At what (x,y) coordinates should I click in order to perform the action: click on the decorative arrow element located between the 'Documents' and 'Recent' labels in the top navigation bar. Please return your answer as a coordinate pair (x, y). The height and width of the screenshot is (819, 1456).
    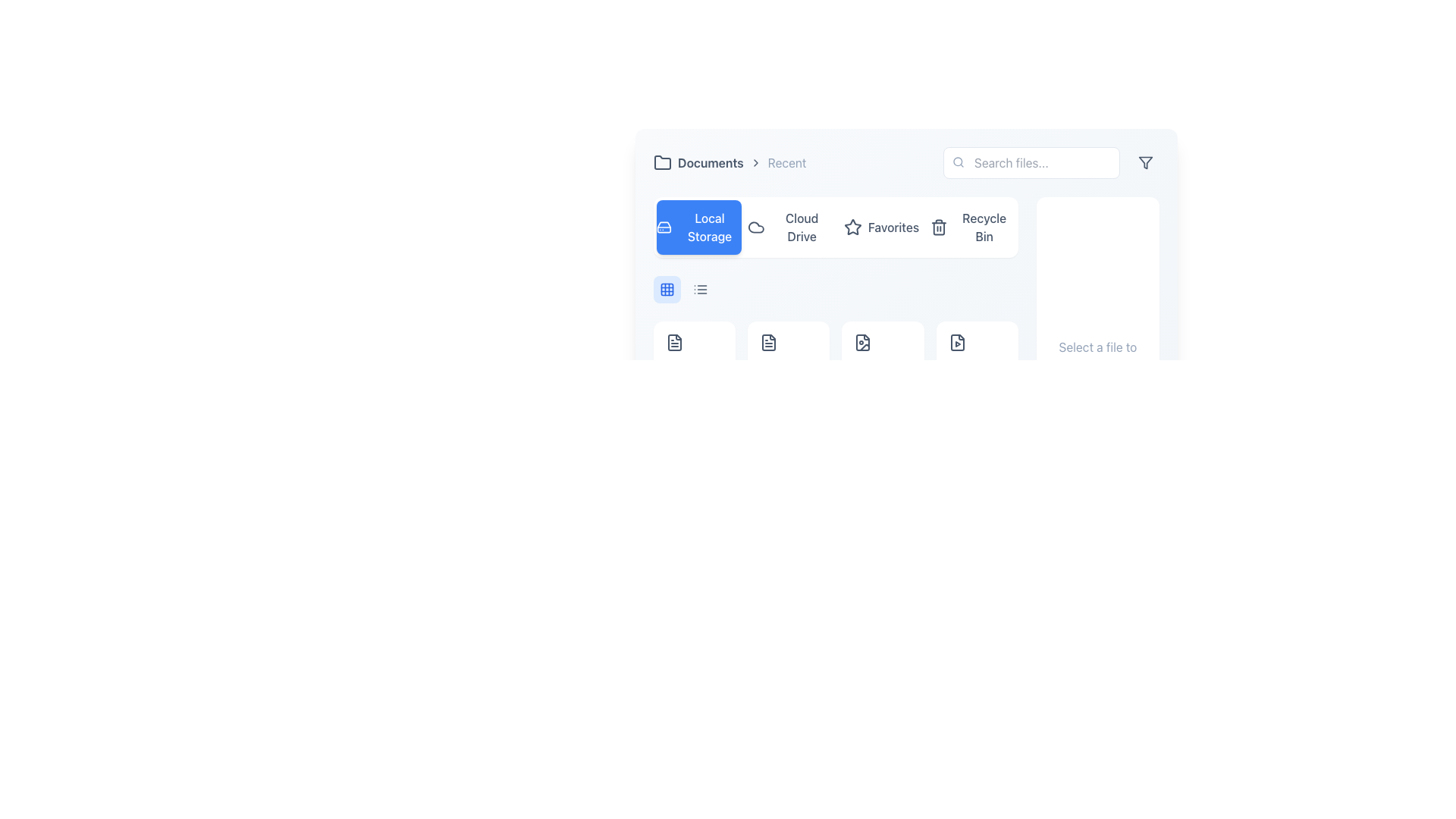
    Looking at the image, I should click on (755, 163).